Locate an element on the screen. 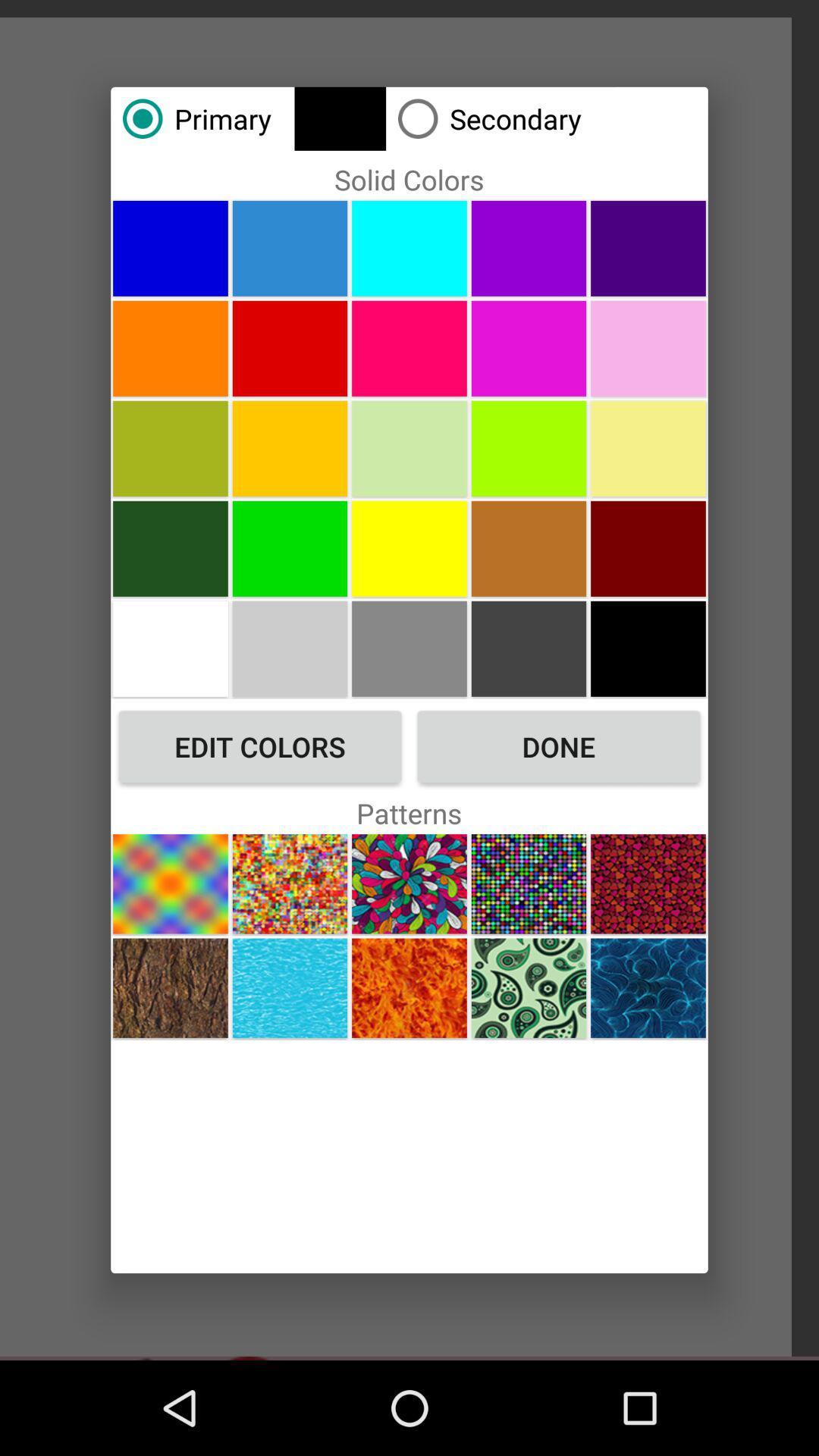  color purple is located at coordinates (528, 248).